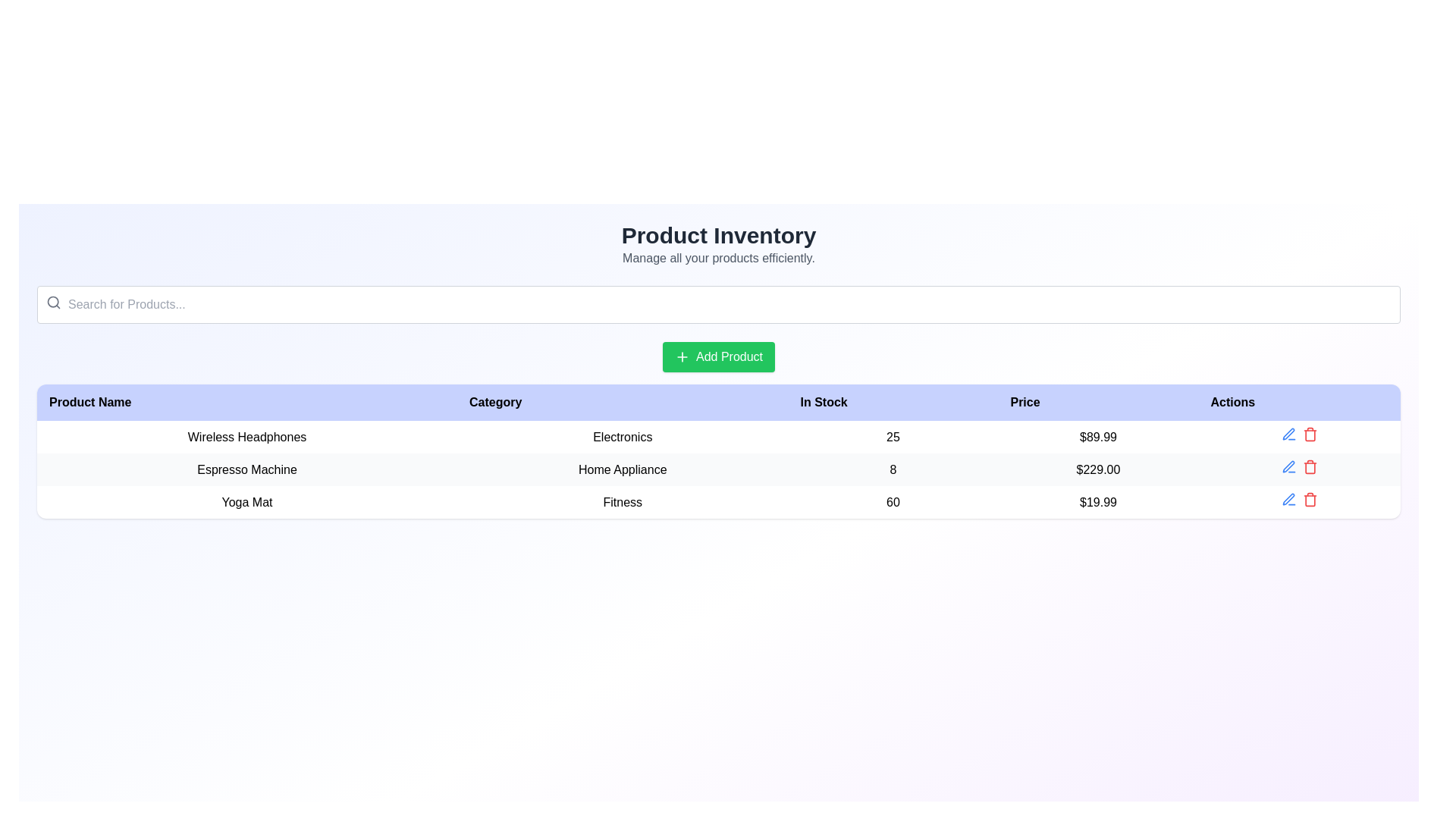 The width and height of the screenshot is (1456, 819). Describe the element at coordinates (1288, 466) in the screenshot. I see `the icon button in the 'Actions' column for the 'Espresso Machine' entry` at that location.